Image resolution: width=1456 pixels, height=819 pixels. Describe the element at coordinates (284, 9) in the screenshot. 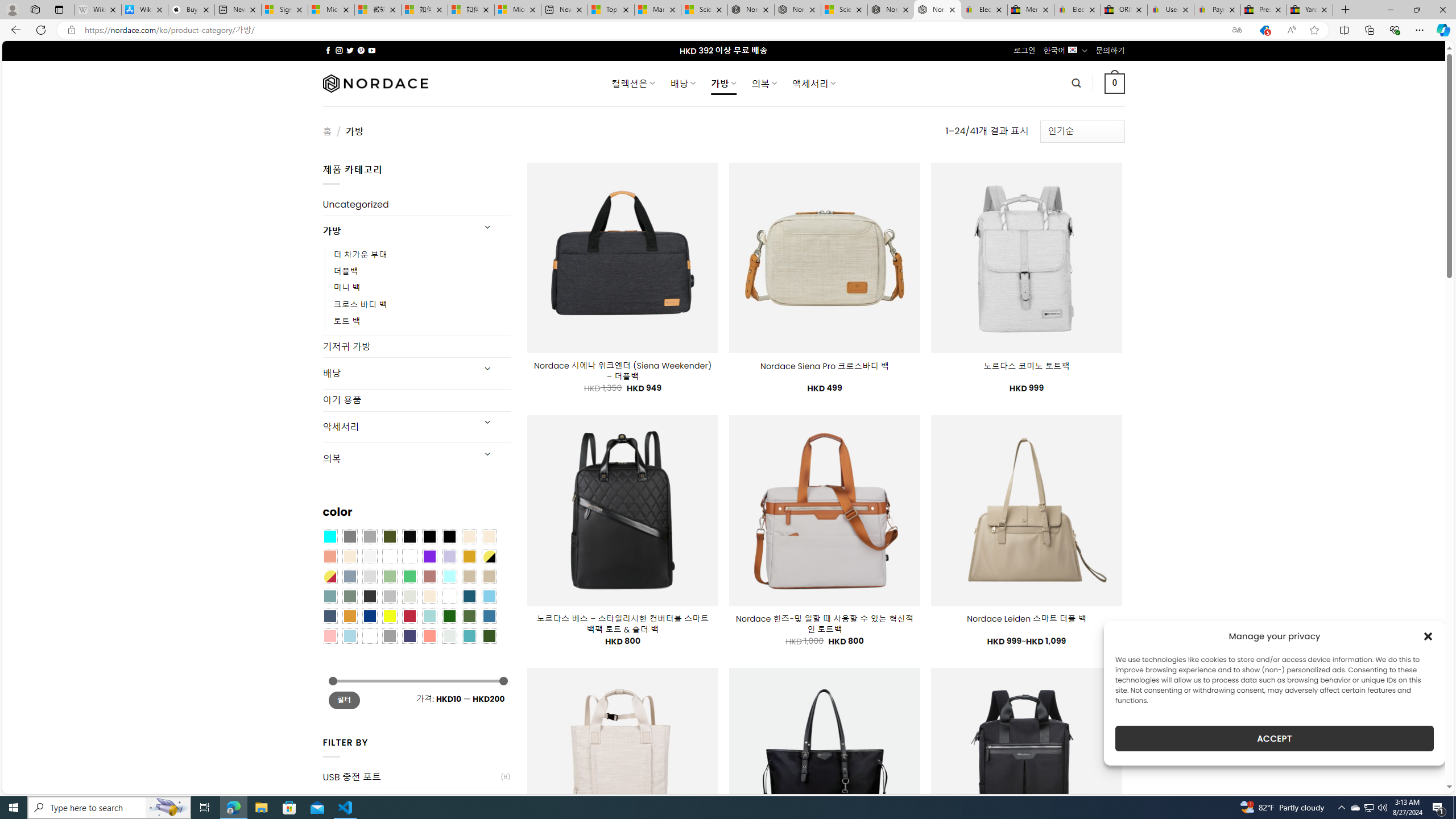

I see `'Sign in to your Microsoft account'` at that location.